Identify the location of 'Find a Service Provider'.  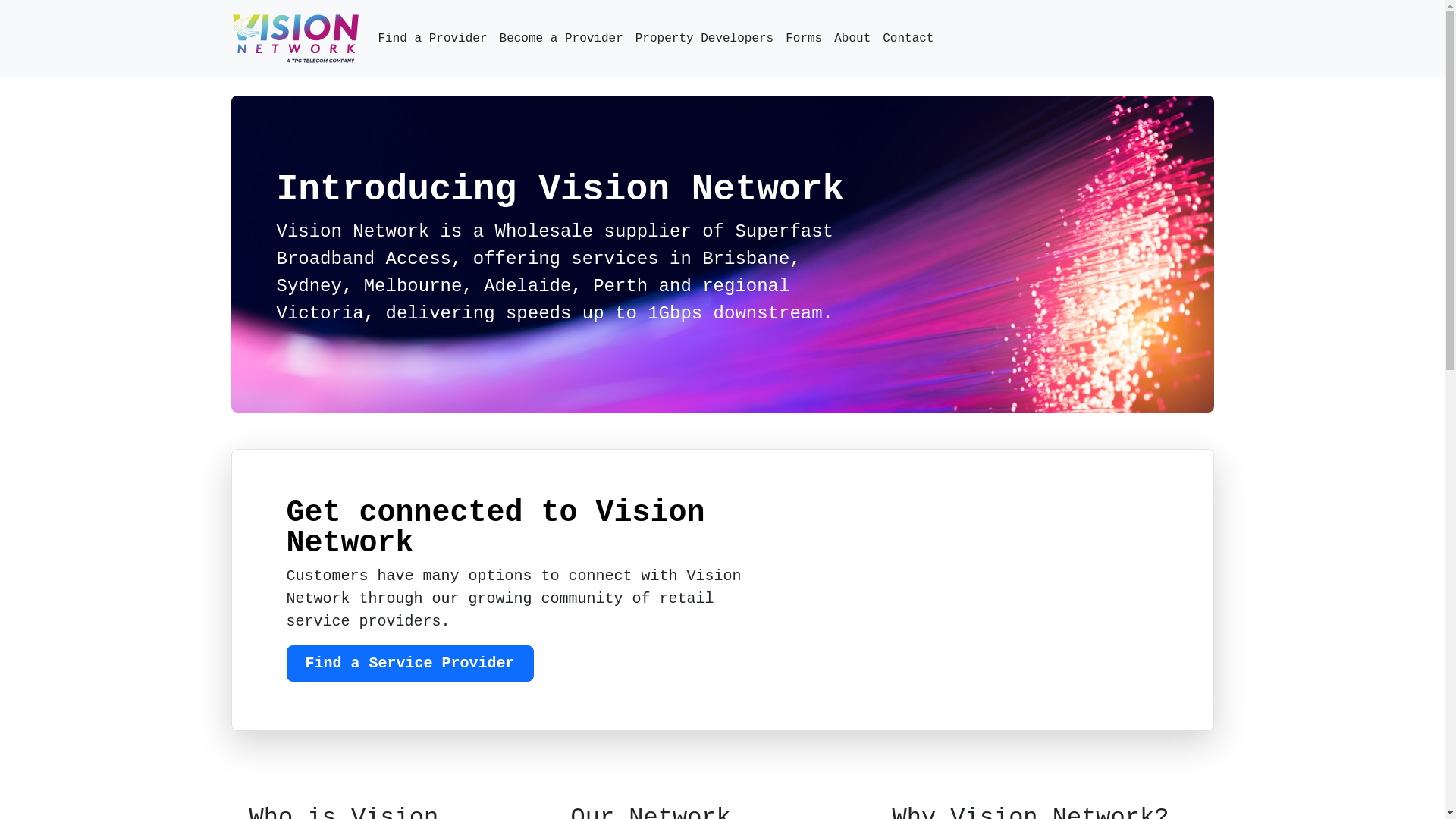
(287, 663).